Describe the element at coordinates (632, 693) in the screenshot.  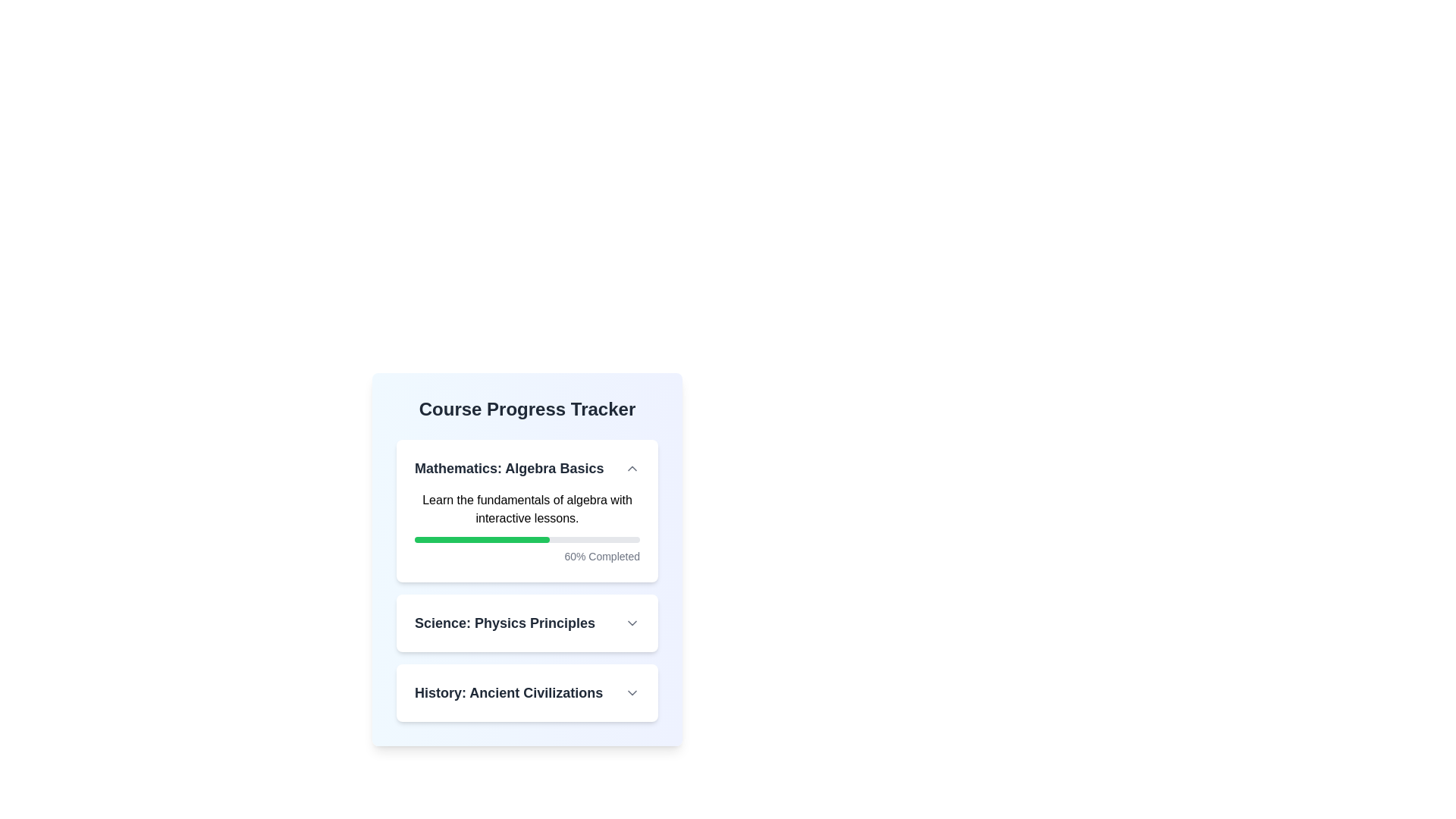
I see `the Dropdown toggle button (icon)` at that location.